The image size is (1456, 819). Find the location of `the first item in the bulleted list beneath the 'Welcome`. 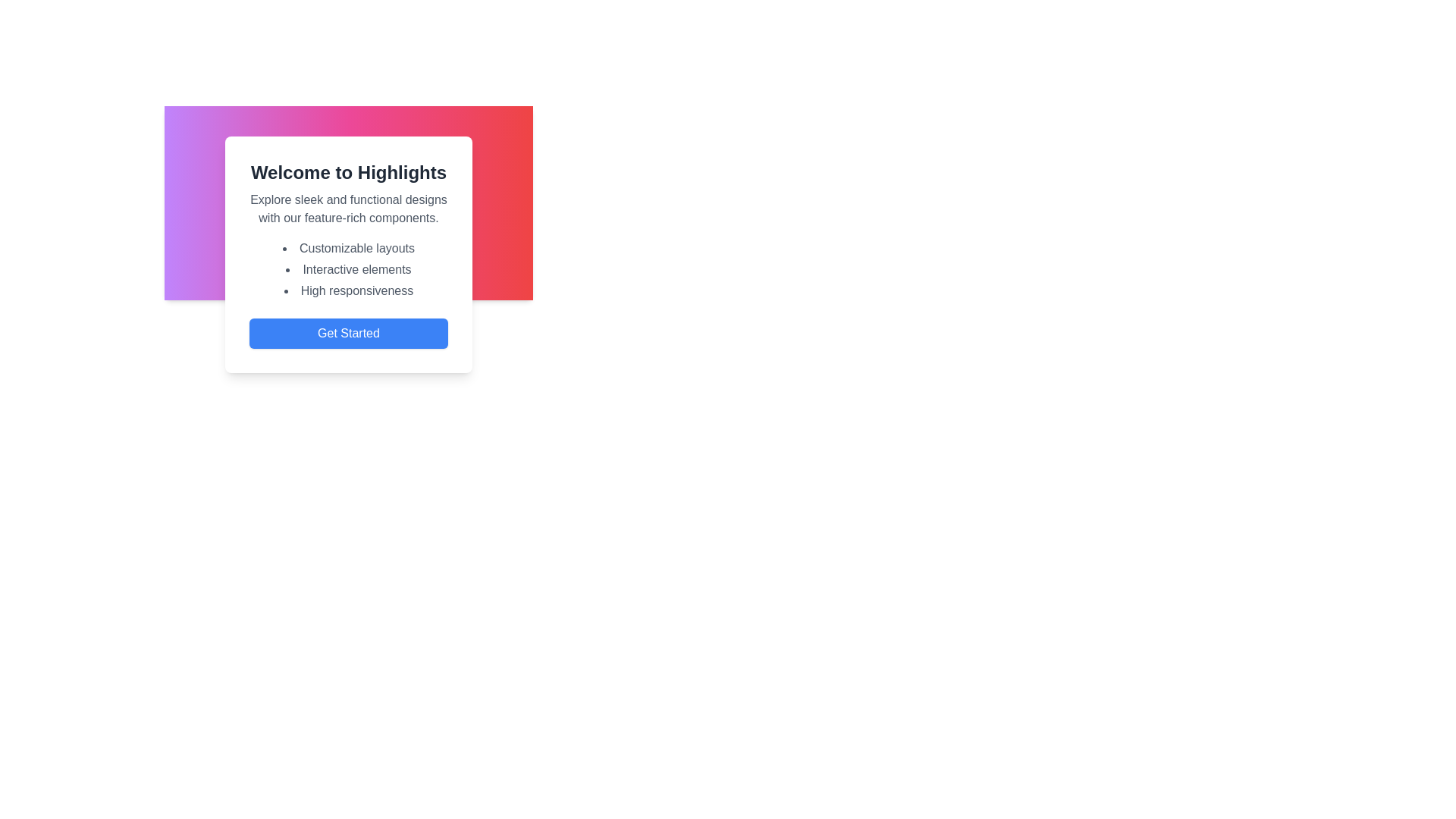

the first item in the bulleted list beneath the 'Welcome is located at coordinates (348, 253).